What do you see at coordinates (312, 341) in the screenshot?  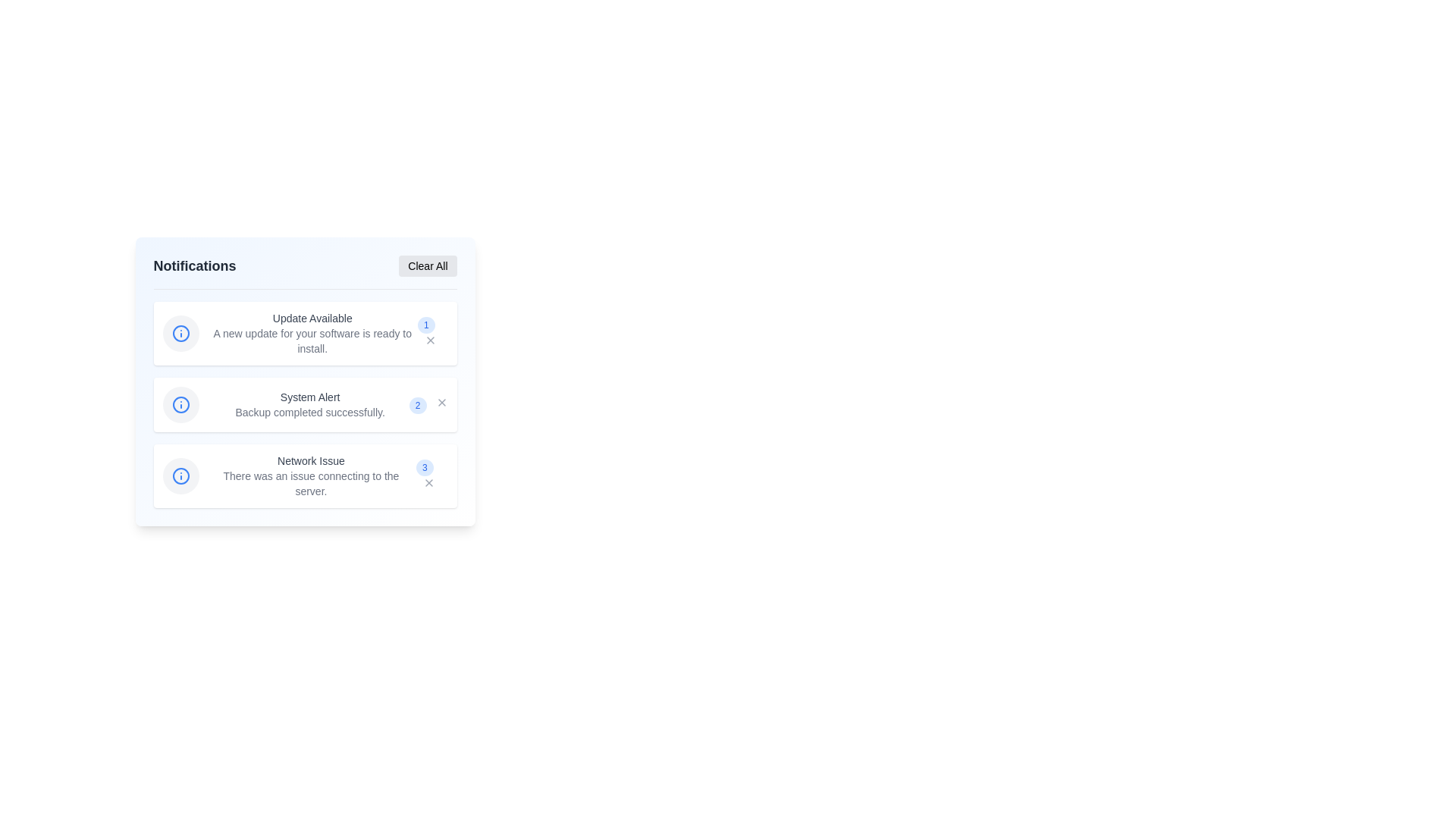 I see `detailed explanation text label located underneath the 'Update Available' header in the first notification card` at bounding box center [312, 341].